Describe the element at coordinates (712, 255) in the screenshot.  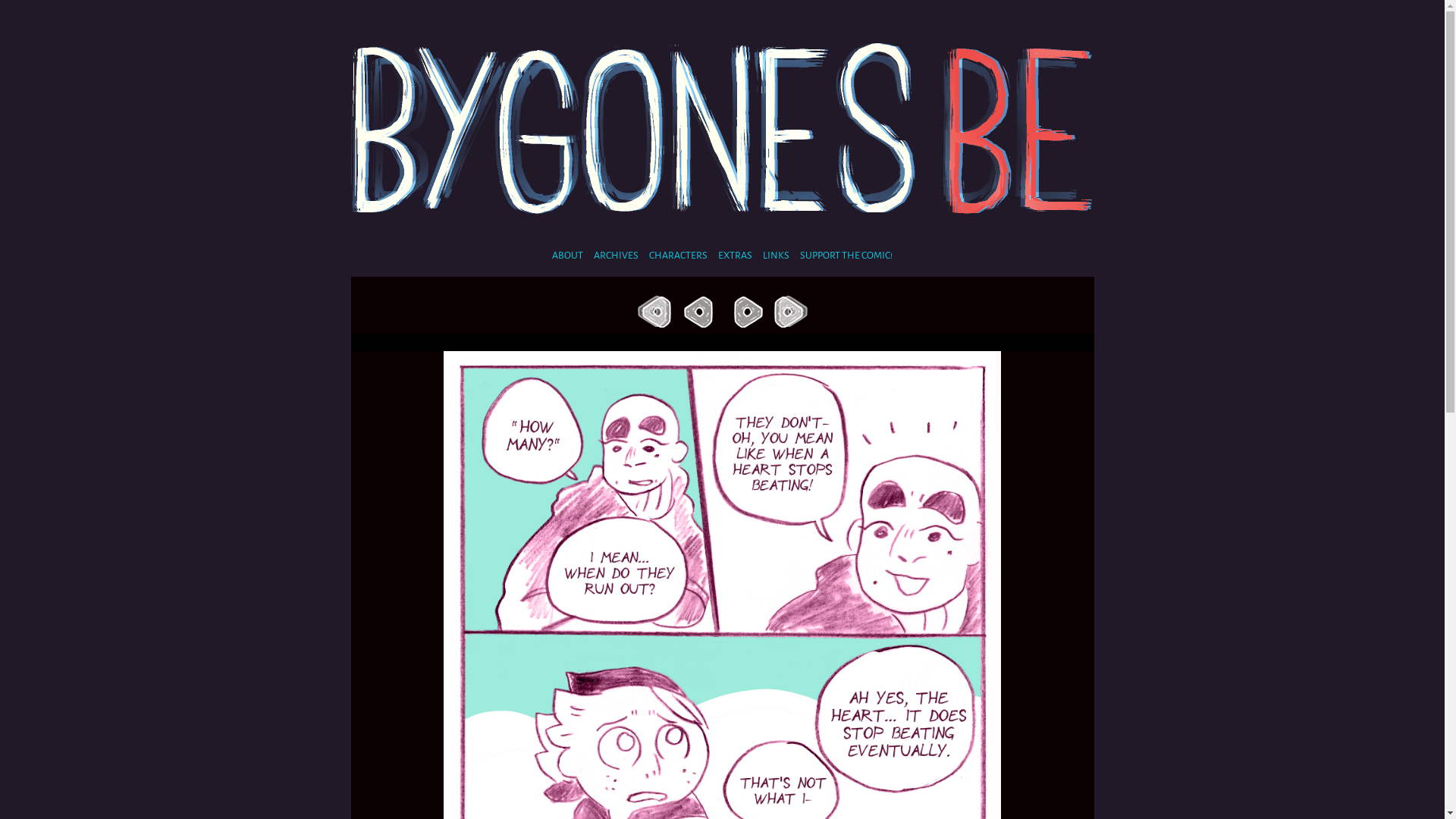
I see `'EXTRAS'` at that location.